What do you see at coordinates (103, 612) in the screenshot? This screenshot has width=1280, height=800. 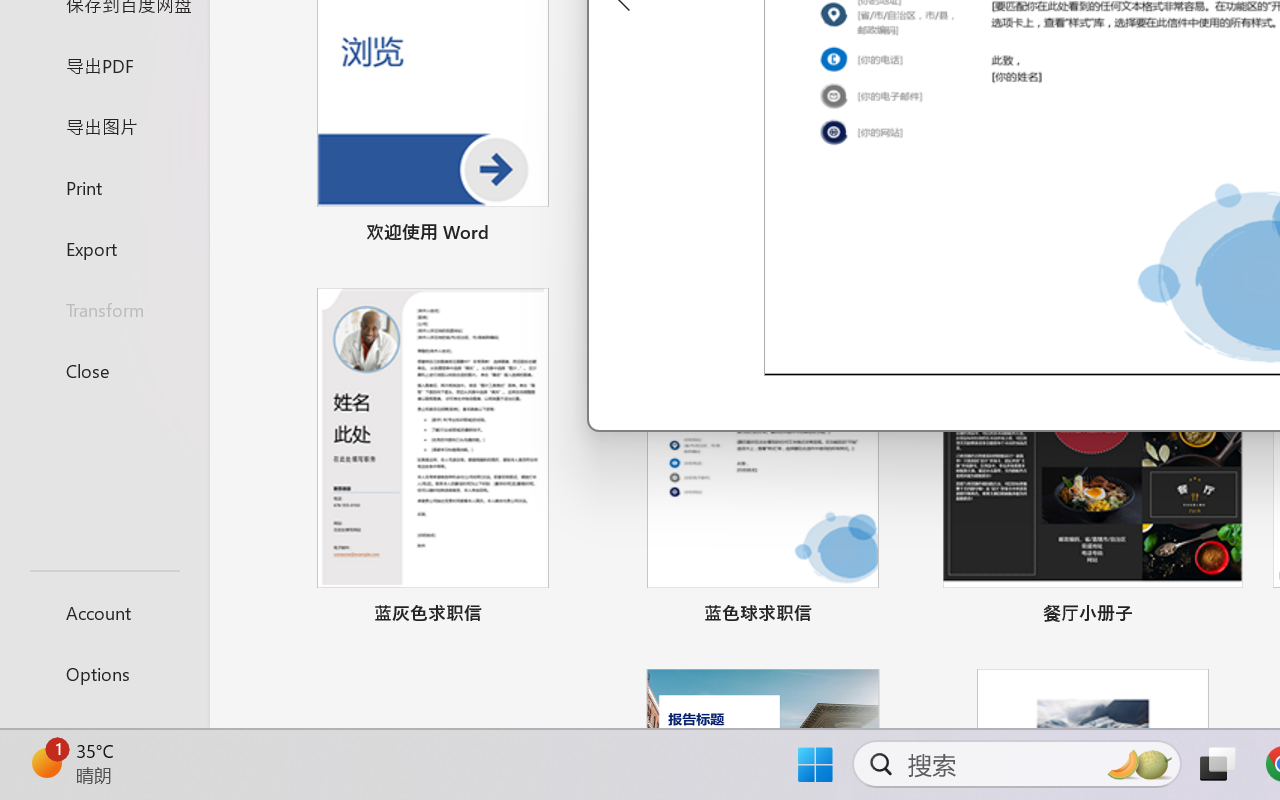 I see `'Account'` at bounding box center [103, 612].